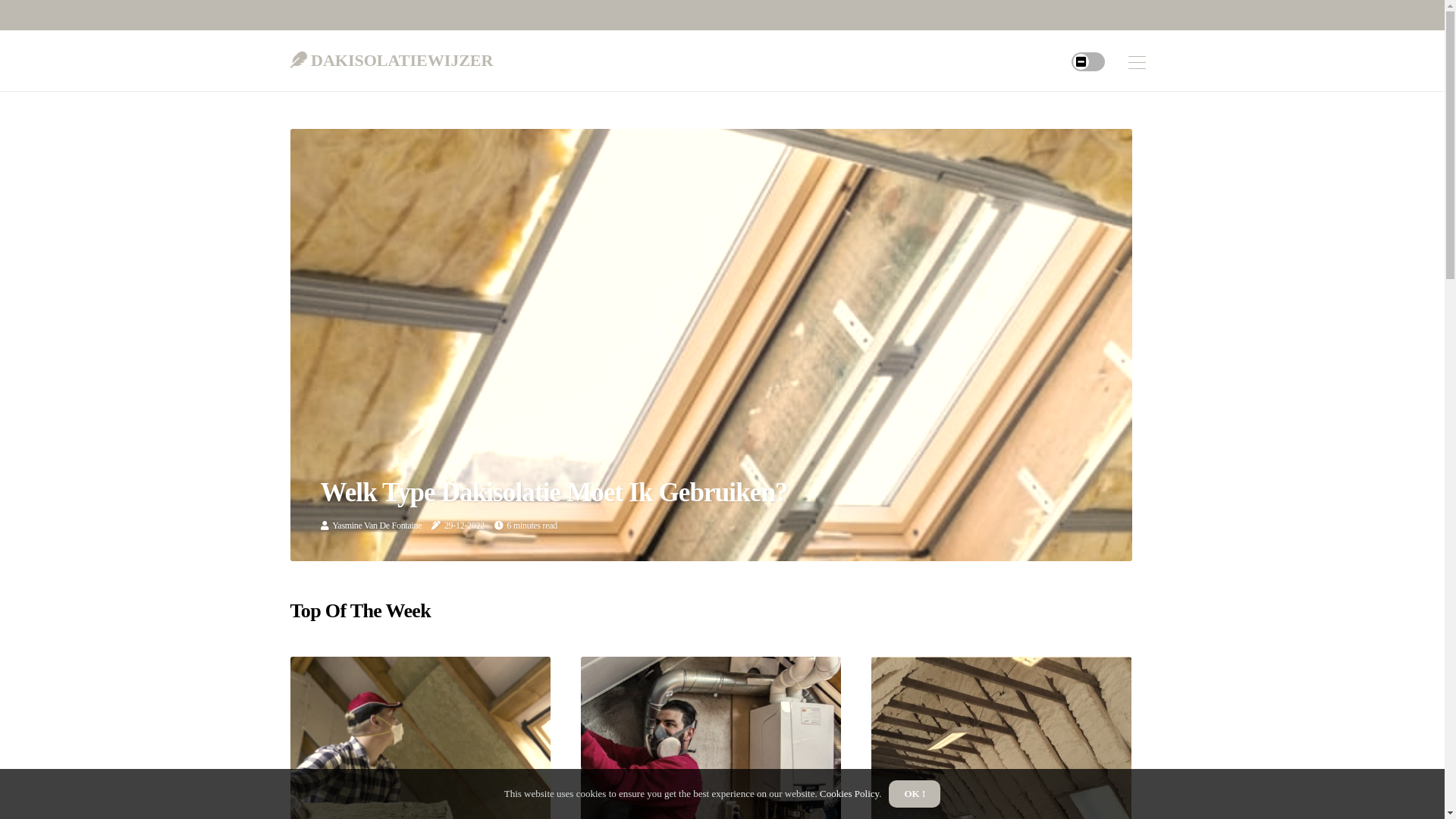  Describe the element at coordinates (290, 55) in the screenshot. I see `'dakisolatiewijzer'` at that location.